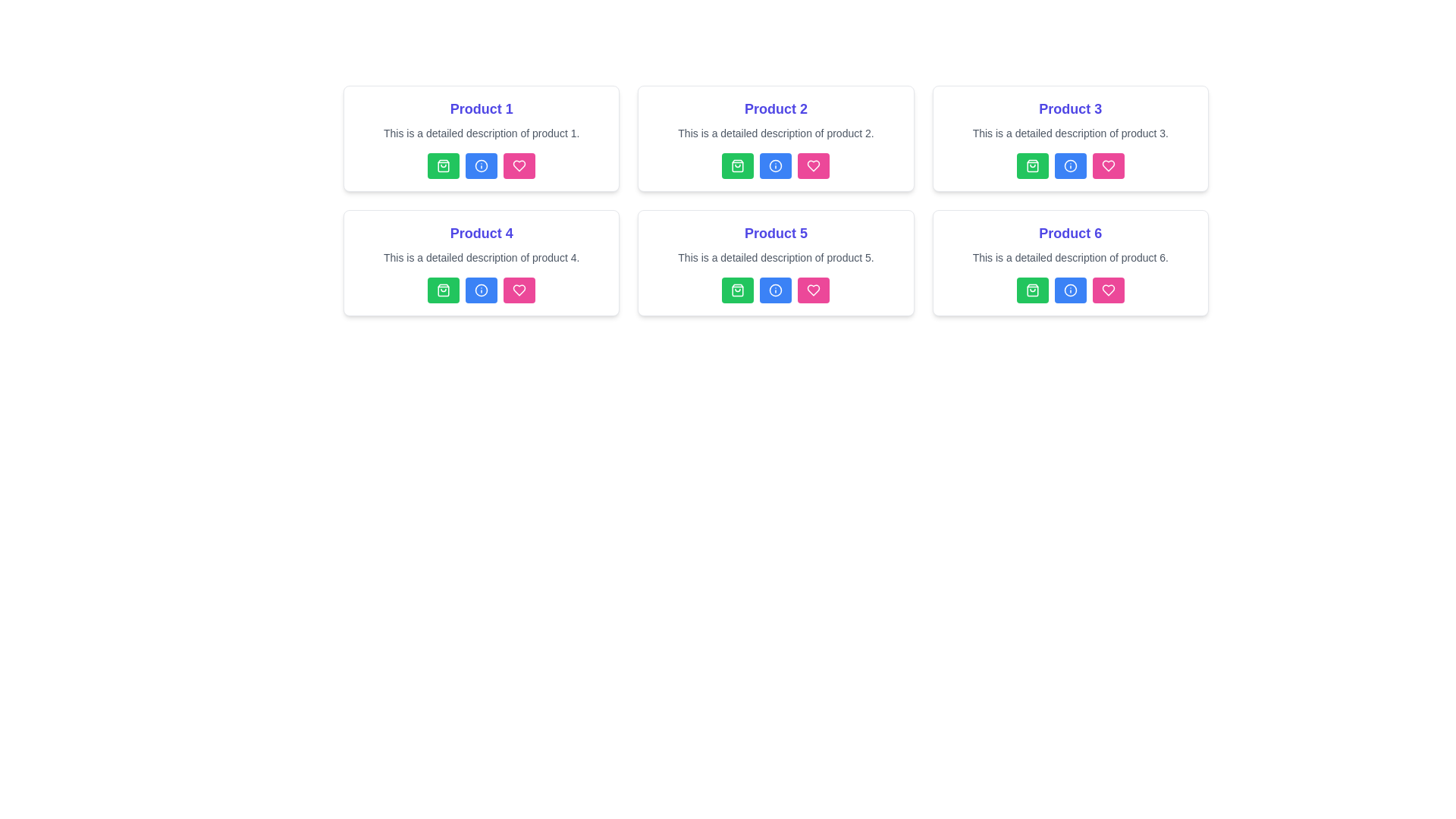 This screenshot has height=819, width=1456. What do you see at coordinates (1069, 108) in the screenshot?
I see `the Text label that serves as the title for the product card, located at the top center of the third column in the grid structure` at bounding box center [1069, 108].